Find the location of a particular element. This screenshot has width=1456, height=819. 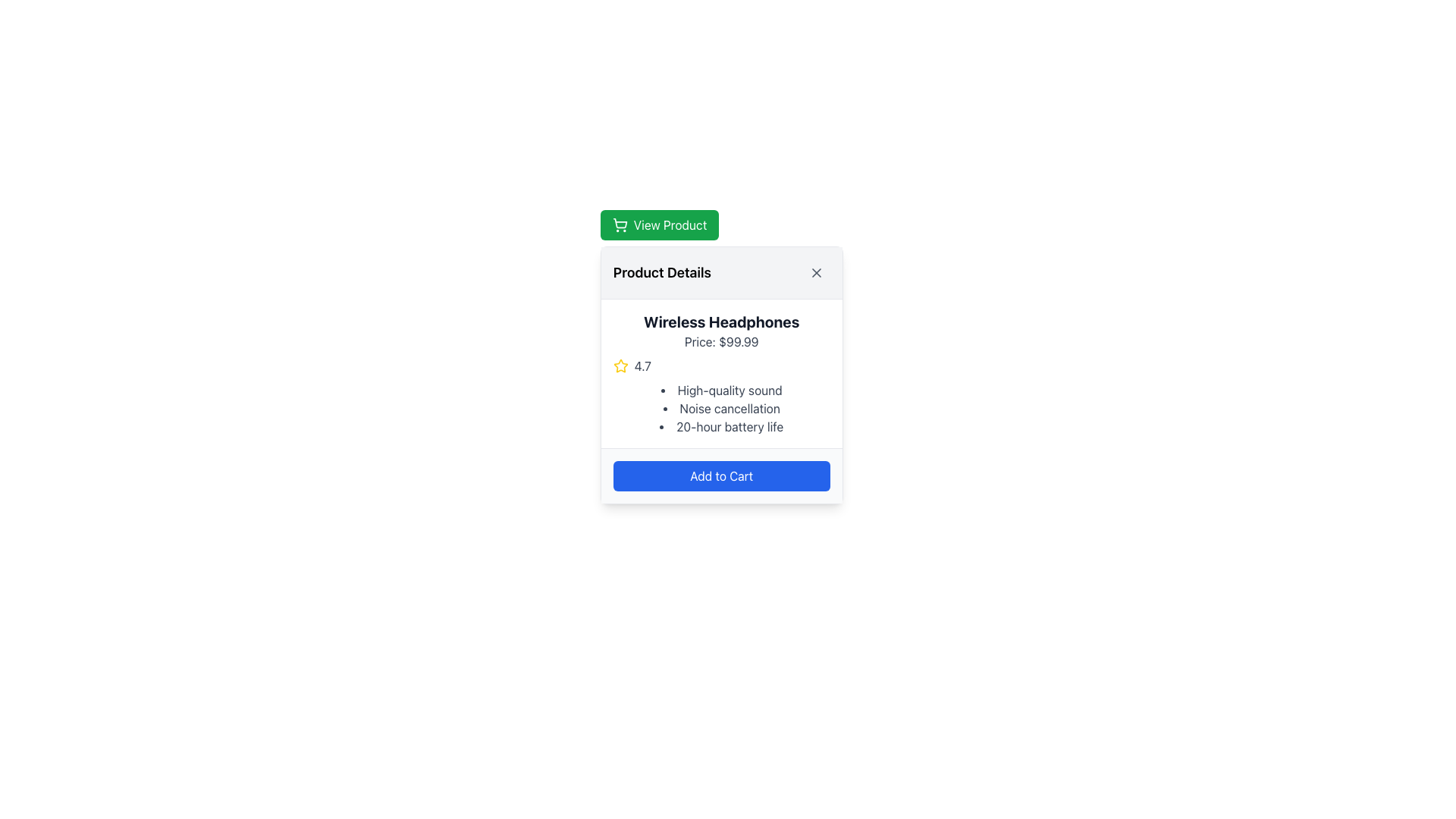

the button at the center of the product details card is located at coordinates (720, 475).